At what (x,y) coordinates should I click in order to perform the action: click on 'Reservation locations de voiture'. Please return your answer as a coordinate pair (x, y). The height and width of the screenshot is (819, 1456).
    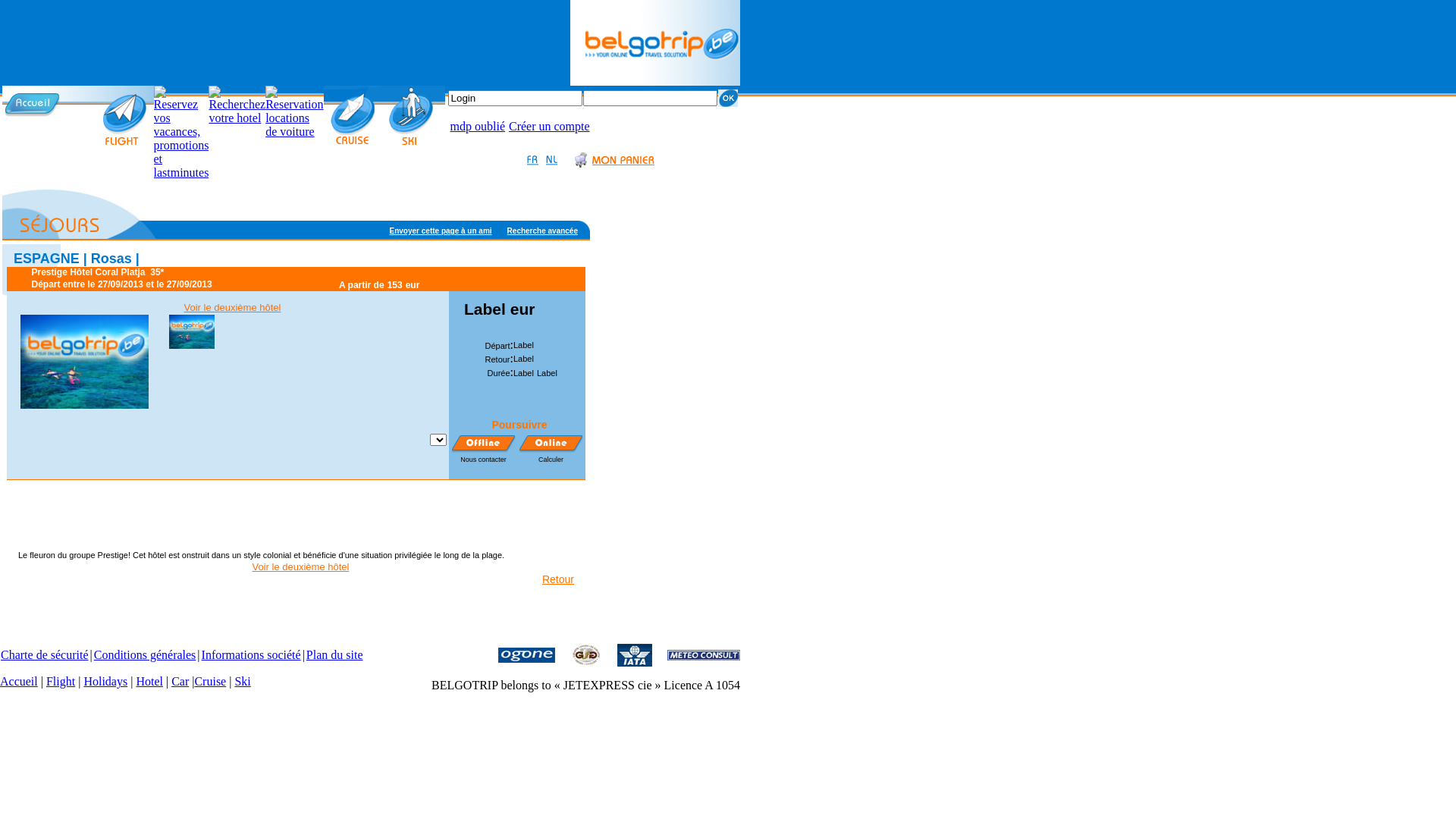
    Looking at the image, I should click on (294, 111).